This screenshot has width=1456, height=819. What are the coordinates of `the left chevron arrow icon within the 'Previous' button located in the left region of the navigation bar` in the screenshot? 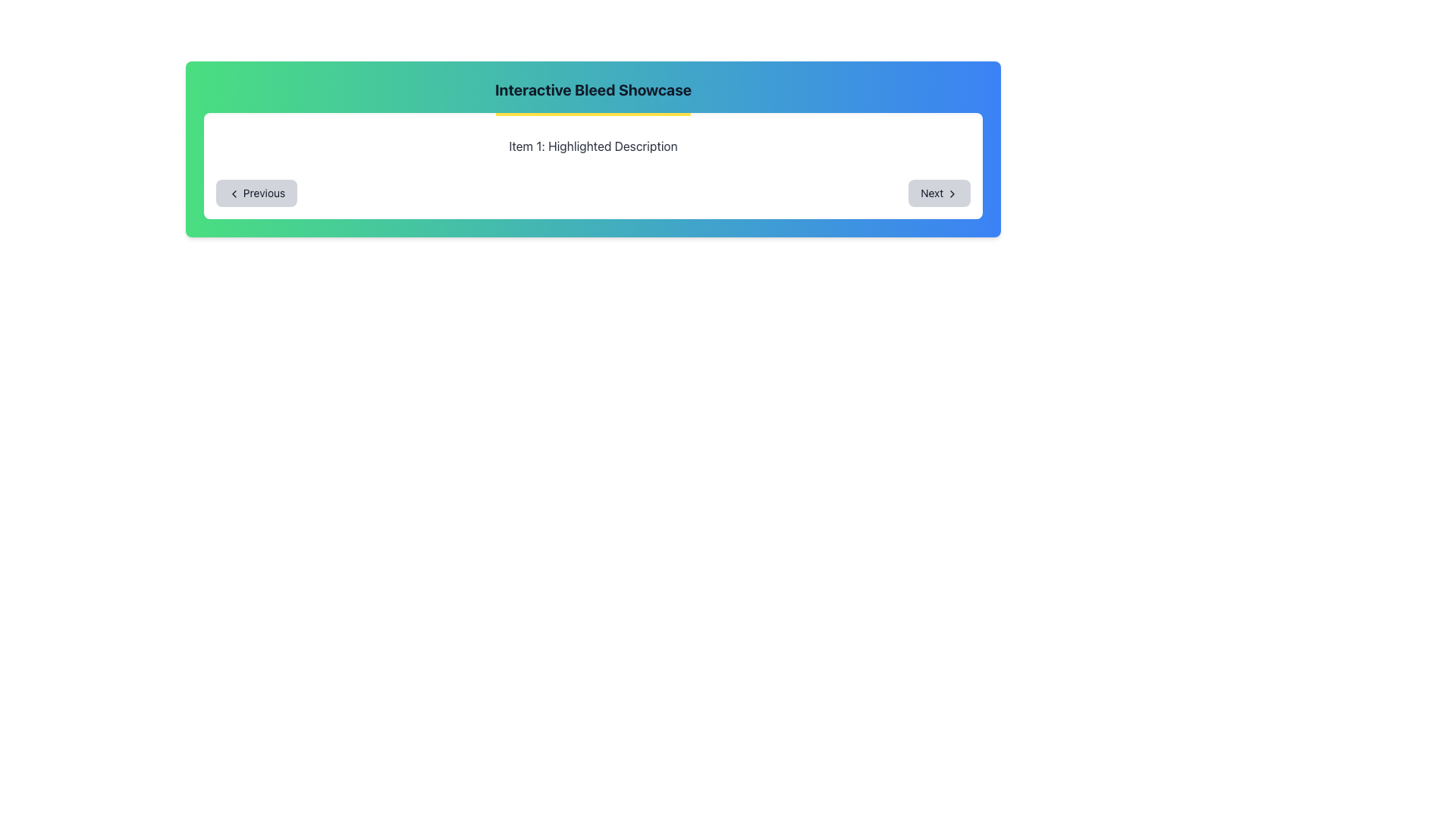 It's located at (233, 193).